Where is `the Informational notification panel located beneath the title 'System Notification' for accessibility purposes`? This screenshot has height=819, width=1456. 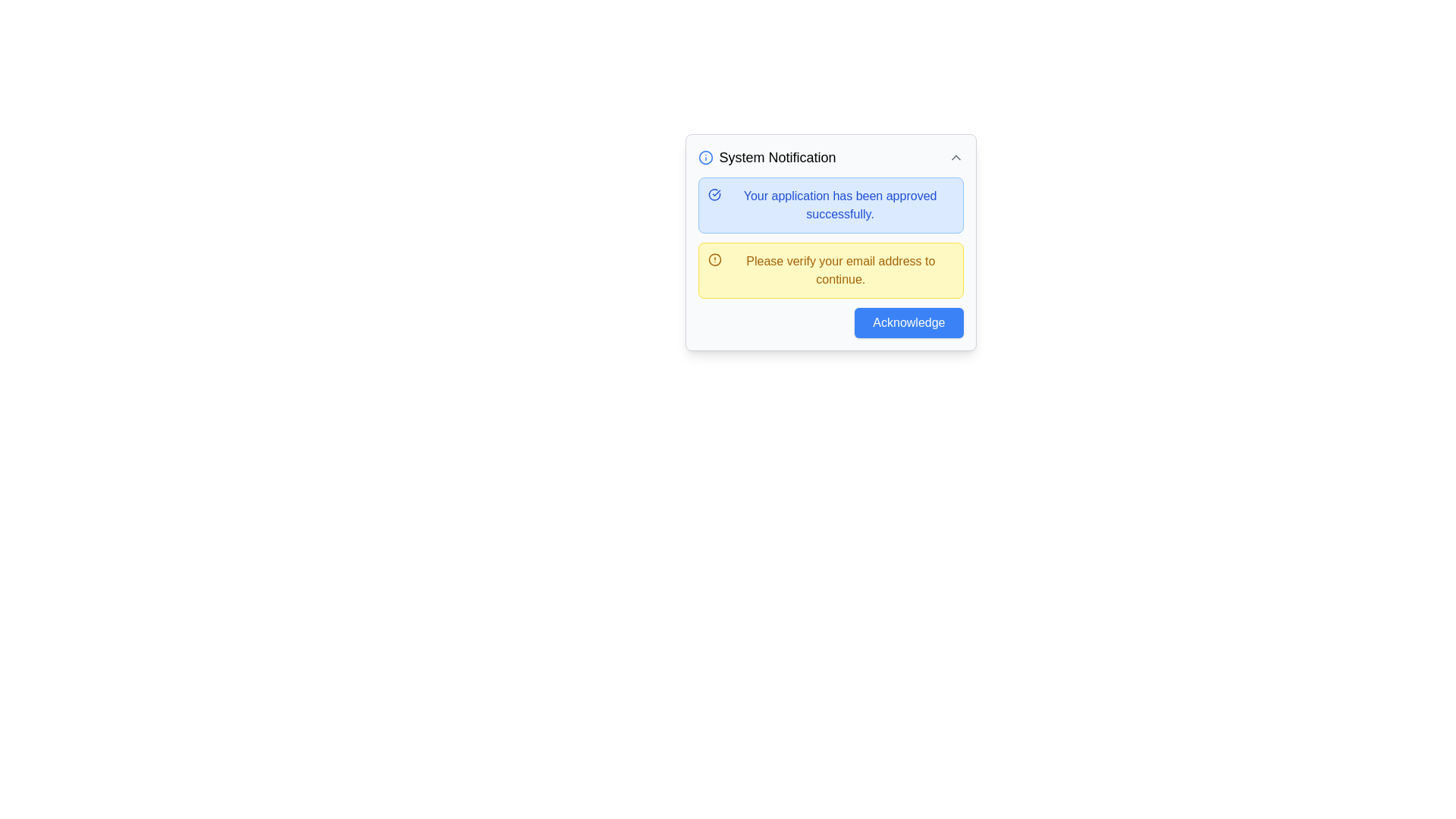 the Informational notification panel located beneath the title 'System Notification' for accessibility purposes is located at coordinates (830, 205).